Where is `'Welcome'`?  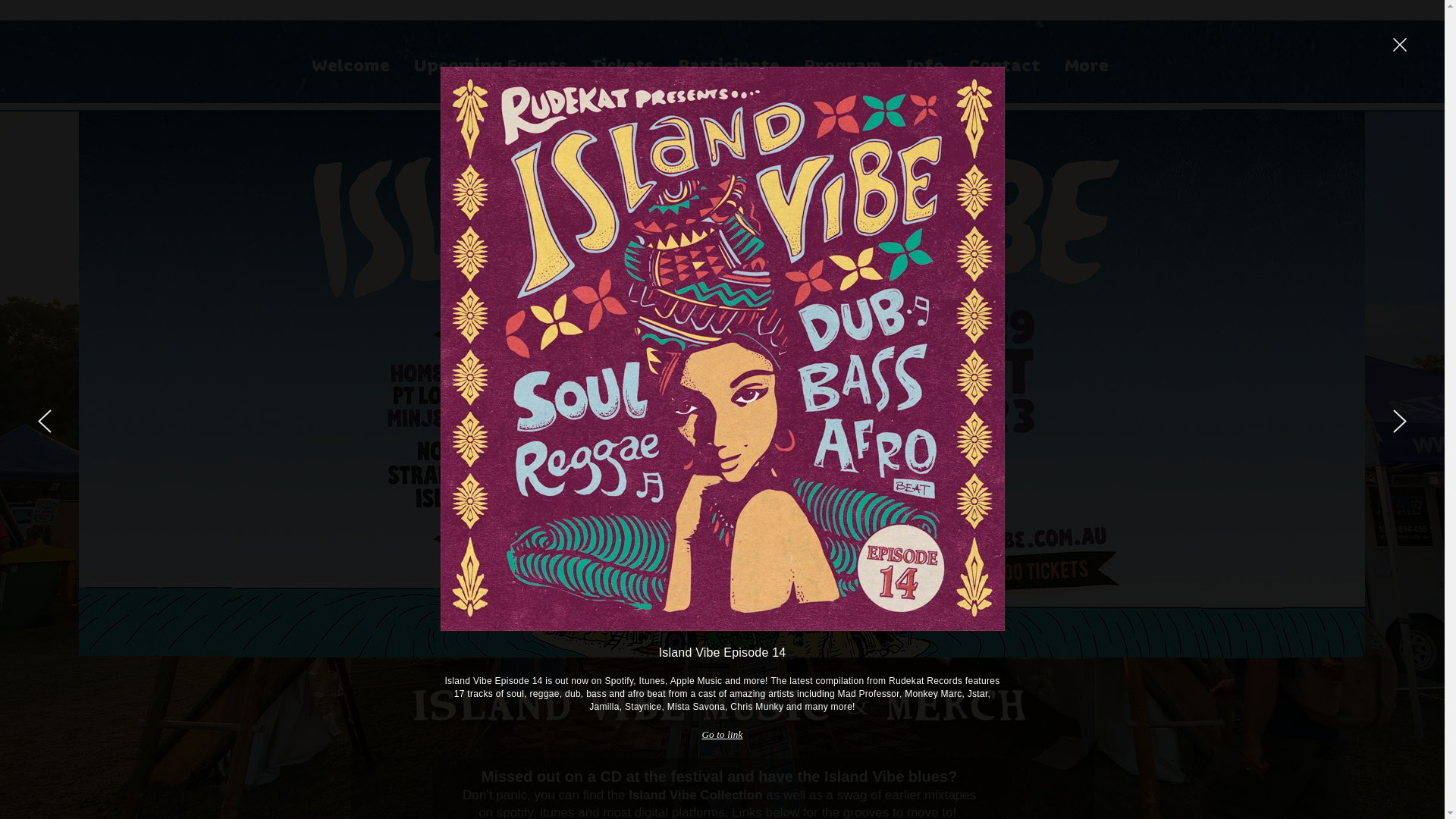
'Welcome' is located at coordinates (349, 64).